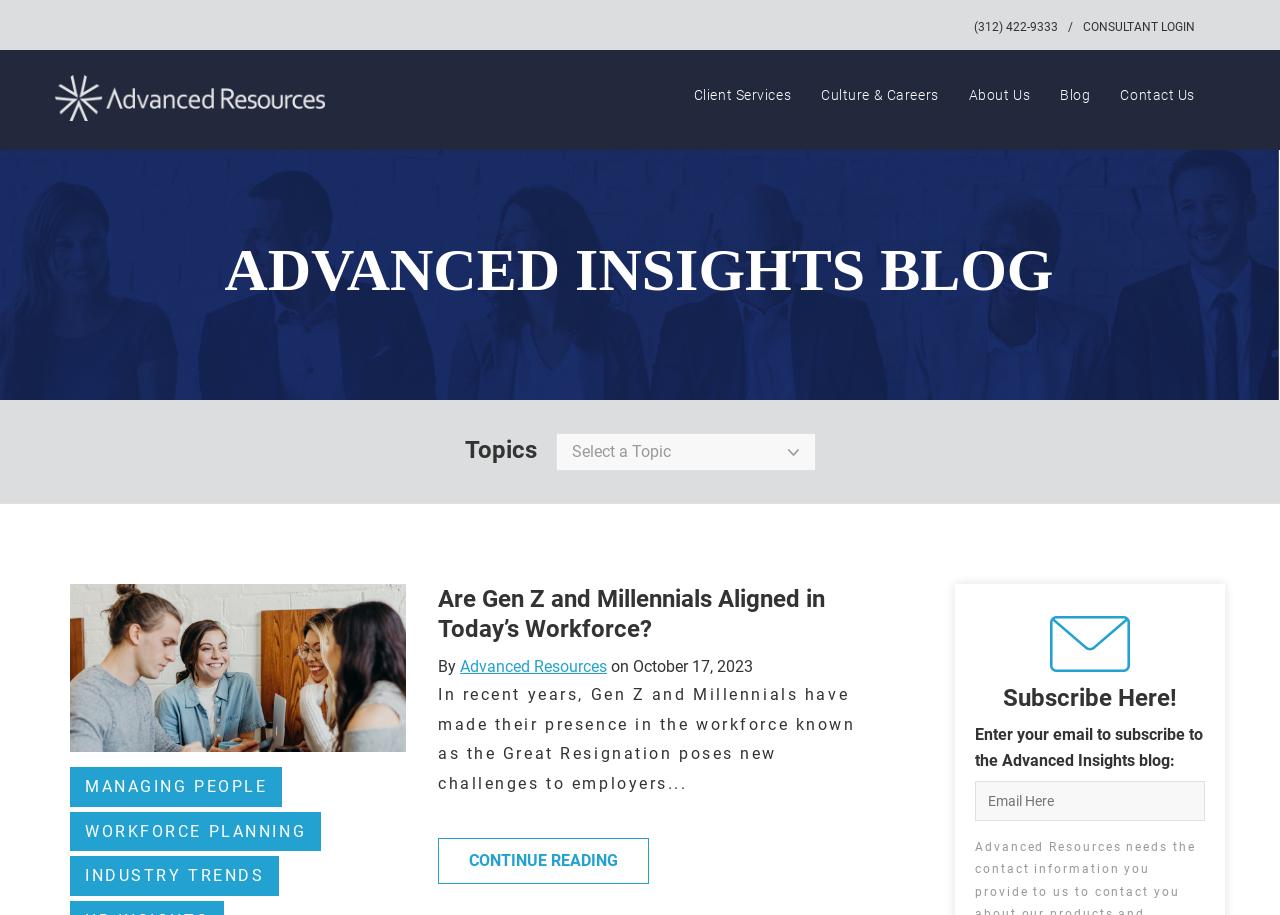  Describe the element at coordinates (637, 269) in the screenshot. I see `'ADVANCED INSIGHTS BLOG'` at that location.